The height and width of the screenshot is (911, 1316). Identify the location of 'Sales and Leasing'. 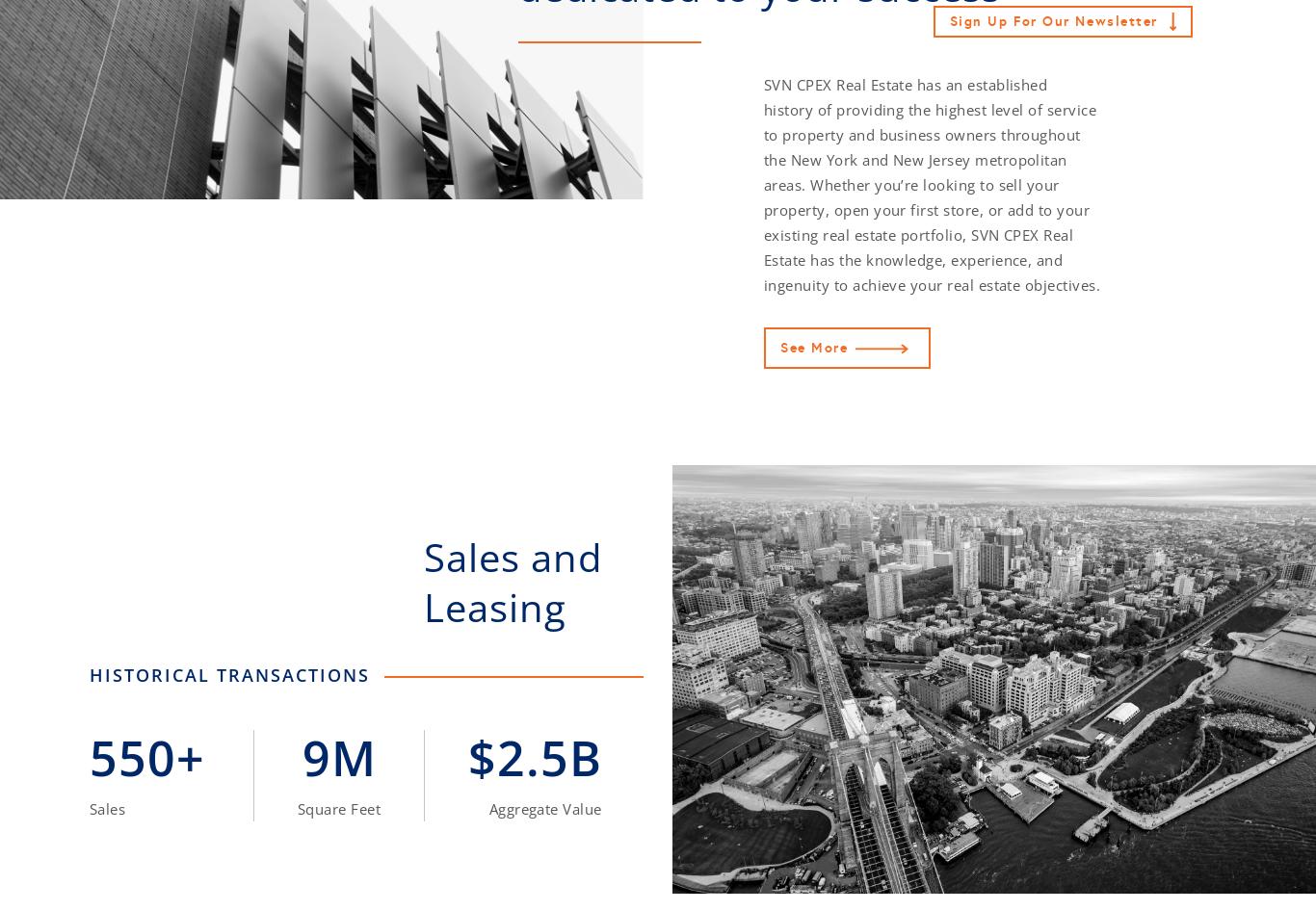
(513, 581).